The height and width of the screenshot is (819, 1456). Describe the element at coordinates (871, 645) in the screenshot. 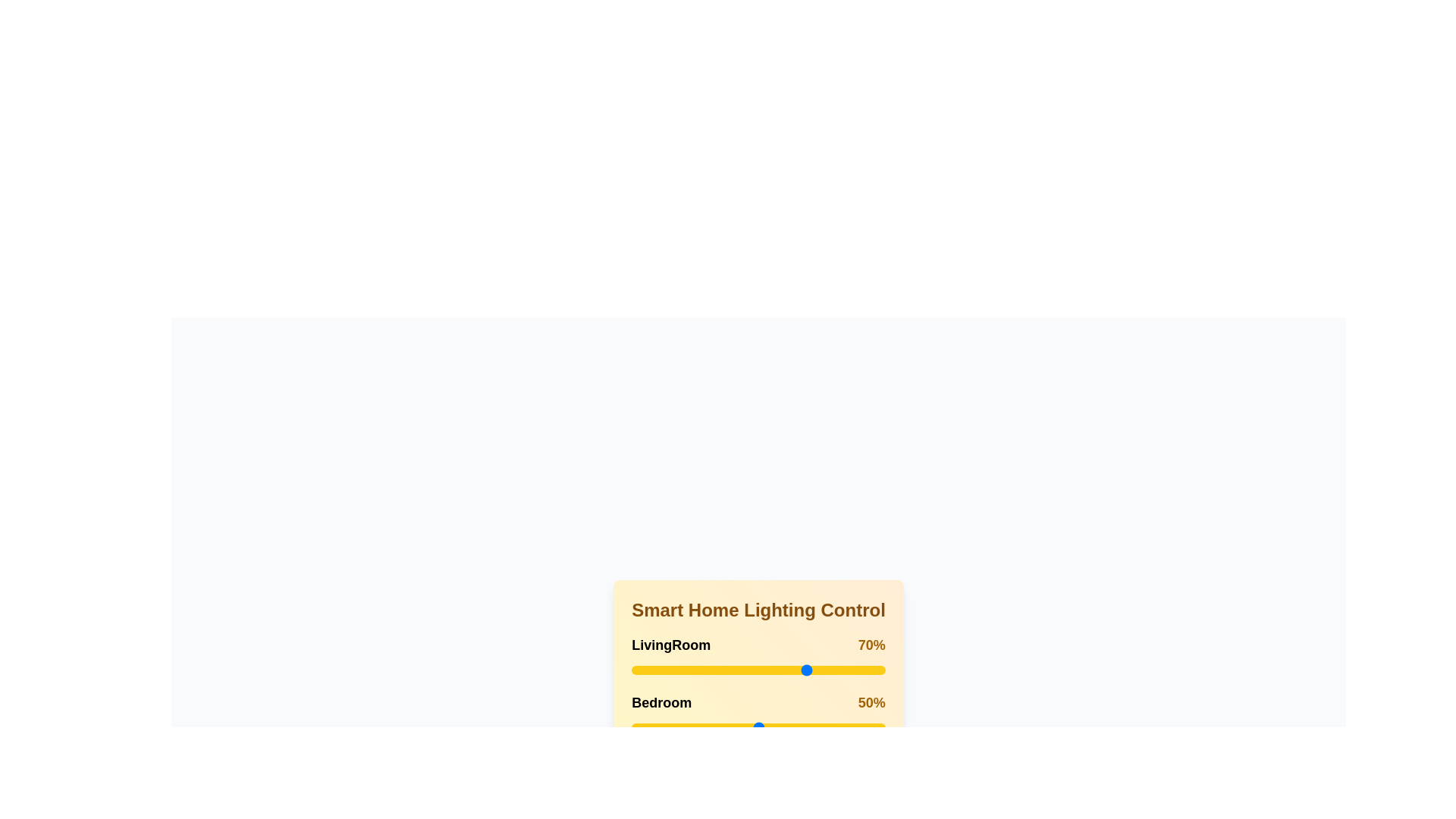

I see `static text label displaying '70%' in bold yellow text, positioned within the 'LivingRoom' block, to interpret the value` at that location.